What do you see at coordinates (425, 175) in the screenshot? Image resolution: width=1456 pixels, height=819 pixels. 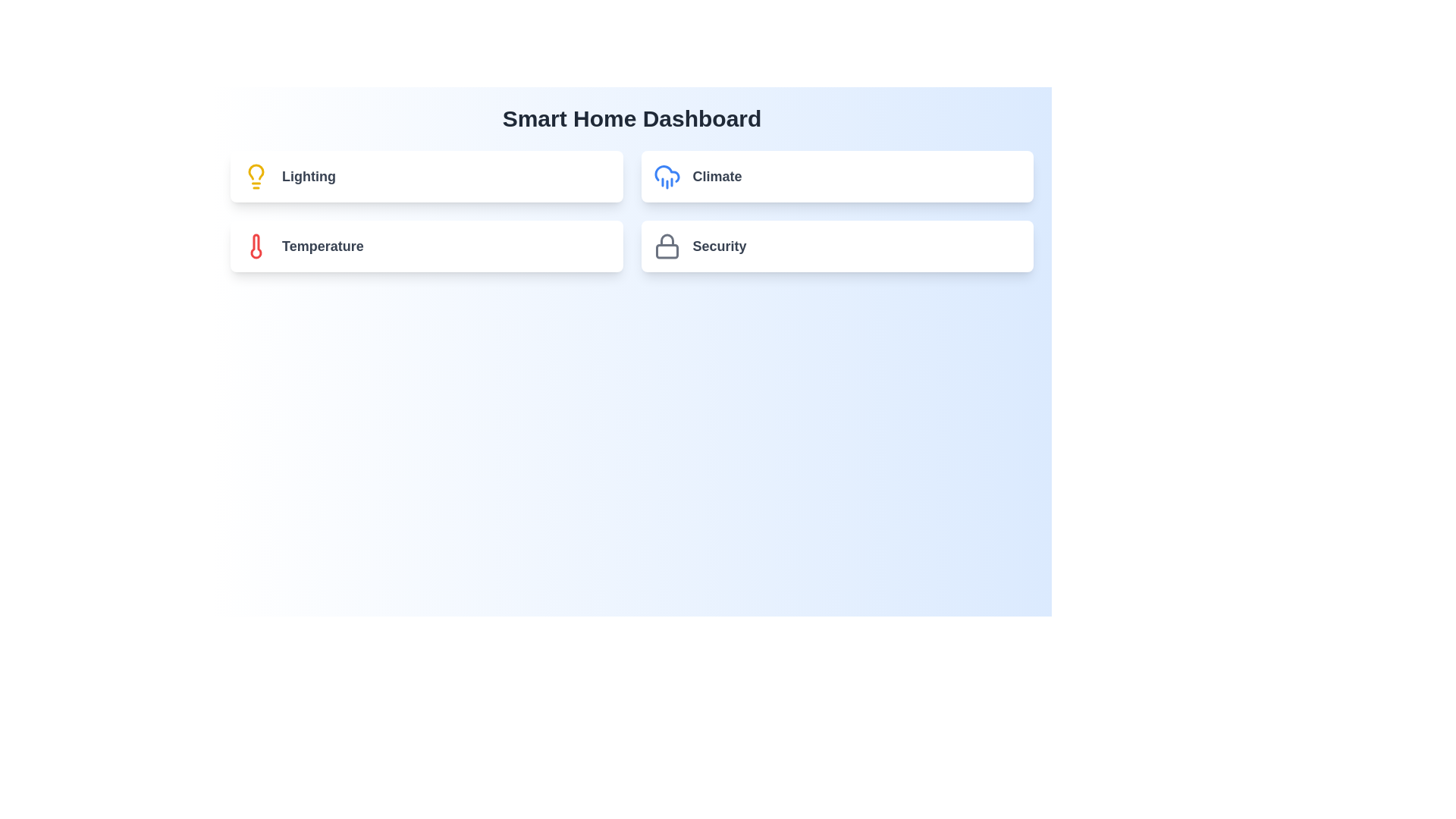 I see `the 'Lighting' card in the top-left quadrant of the smart home dashboard grid, which is the first card and positioned left of the 'Climate' card and above the 'Temperature' card` at bounding box center [425, 175].